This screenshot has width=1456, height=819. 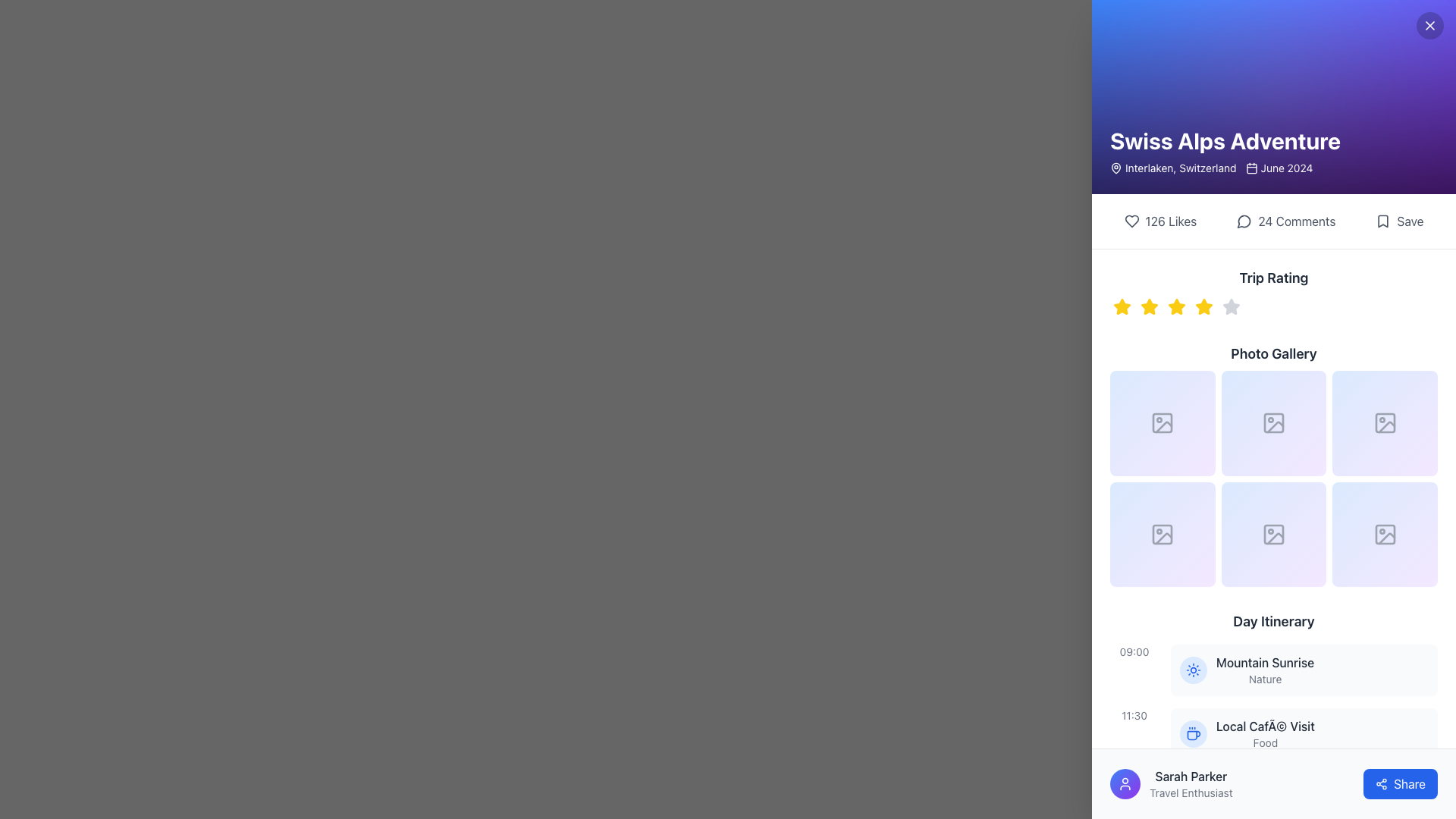 I want to click on the SVG icon resembling a photo or image placeholder in the 'Photo Gallery' section, so click(x=1385, y=423).